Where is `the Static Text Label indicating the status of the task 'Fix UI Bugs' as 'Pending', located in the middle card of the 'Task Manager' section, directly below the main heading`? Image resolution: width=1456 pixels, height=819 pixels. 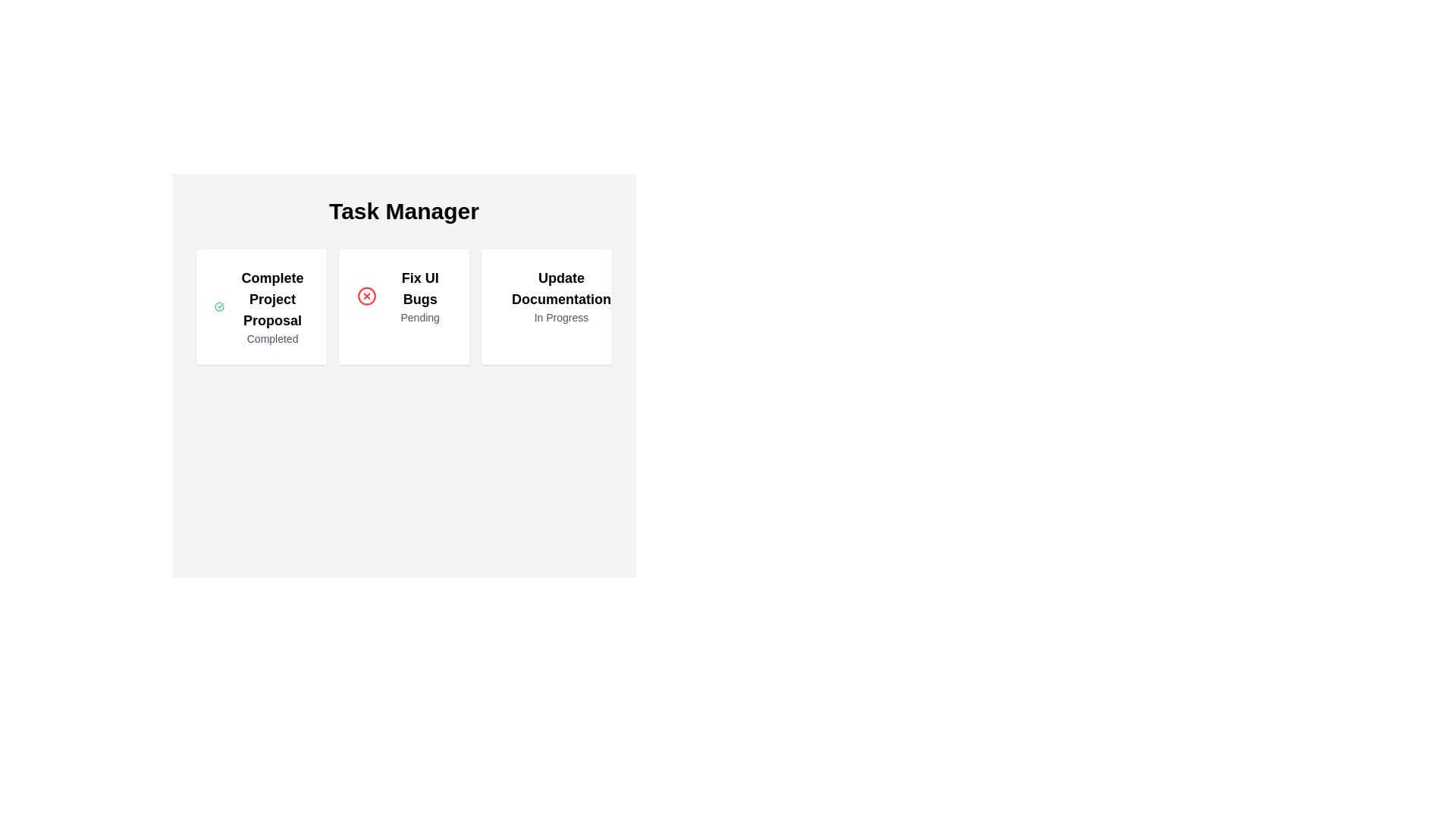 the Static Text Label indicating the status of the task 'Fix UI Bugs' as 'Pending', located in the middle card of the 'Task Manager' section, directly below the main heading is located at coordinates (420, 317).